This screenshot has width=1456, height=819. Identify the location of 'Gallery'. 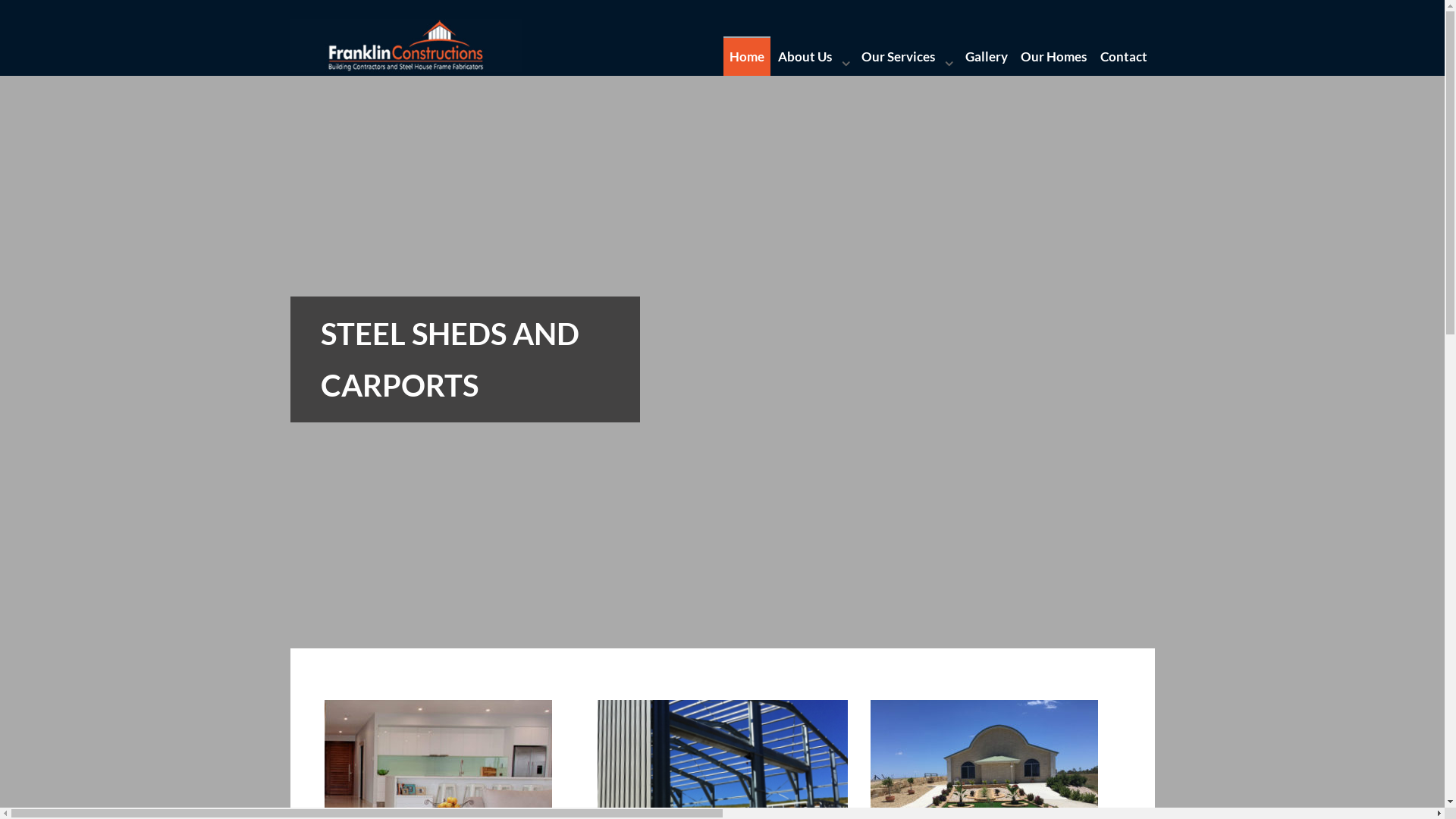
(986, 55).